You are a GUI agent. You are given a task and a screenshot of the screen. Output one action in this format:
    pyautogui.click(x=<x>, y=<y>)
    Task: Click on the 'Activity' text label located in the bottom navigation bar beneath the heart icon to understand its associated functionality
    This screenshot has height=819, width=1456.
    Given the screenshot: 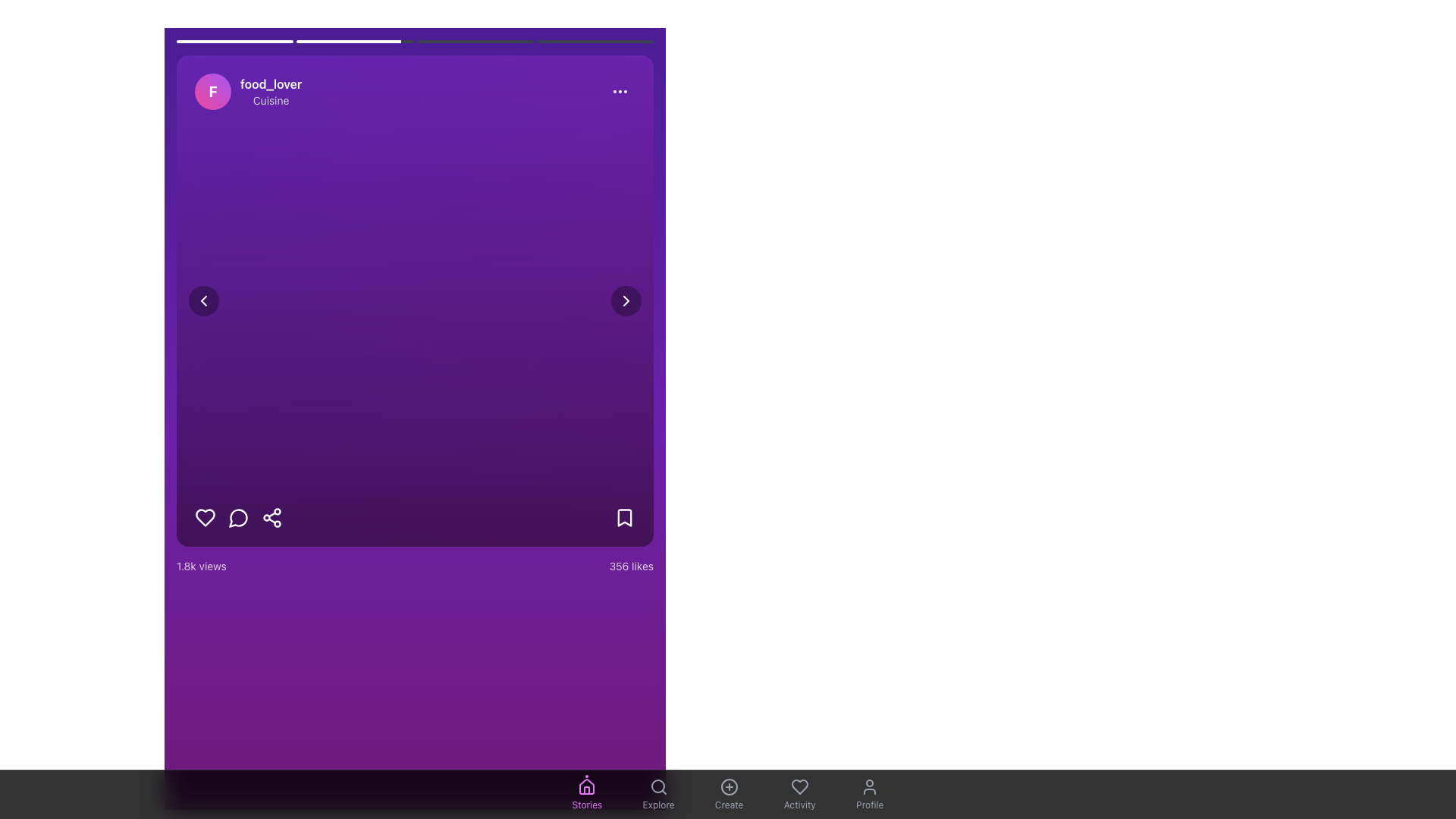 What is the action you would take?
    pyautogui.click(x=799, y=804)
    